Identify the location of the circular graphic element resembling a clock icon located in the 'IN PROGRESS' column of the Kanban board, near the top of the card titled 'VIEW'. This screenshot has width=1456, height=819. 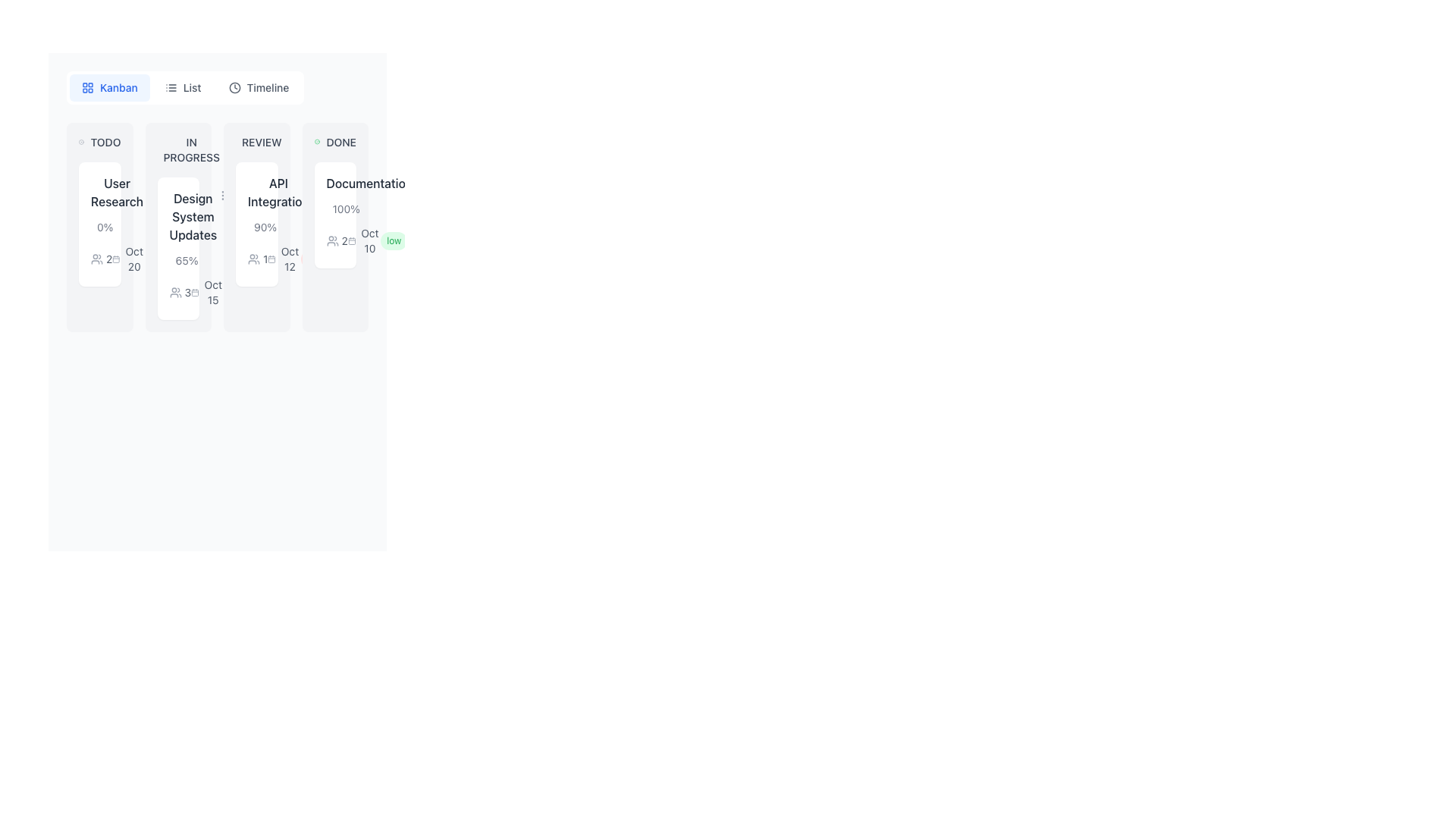
(244, 146).